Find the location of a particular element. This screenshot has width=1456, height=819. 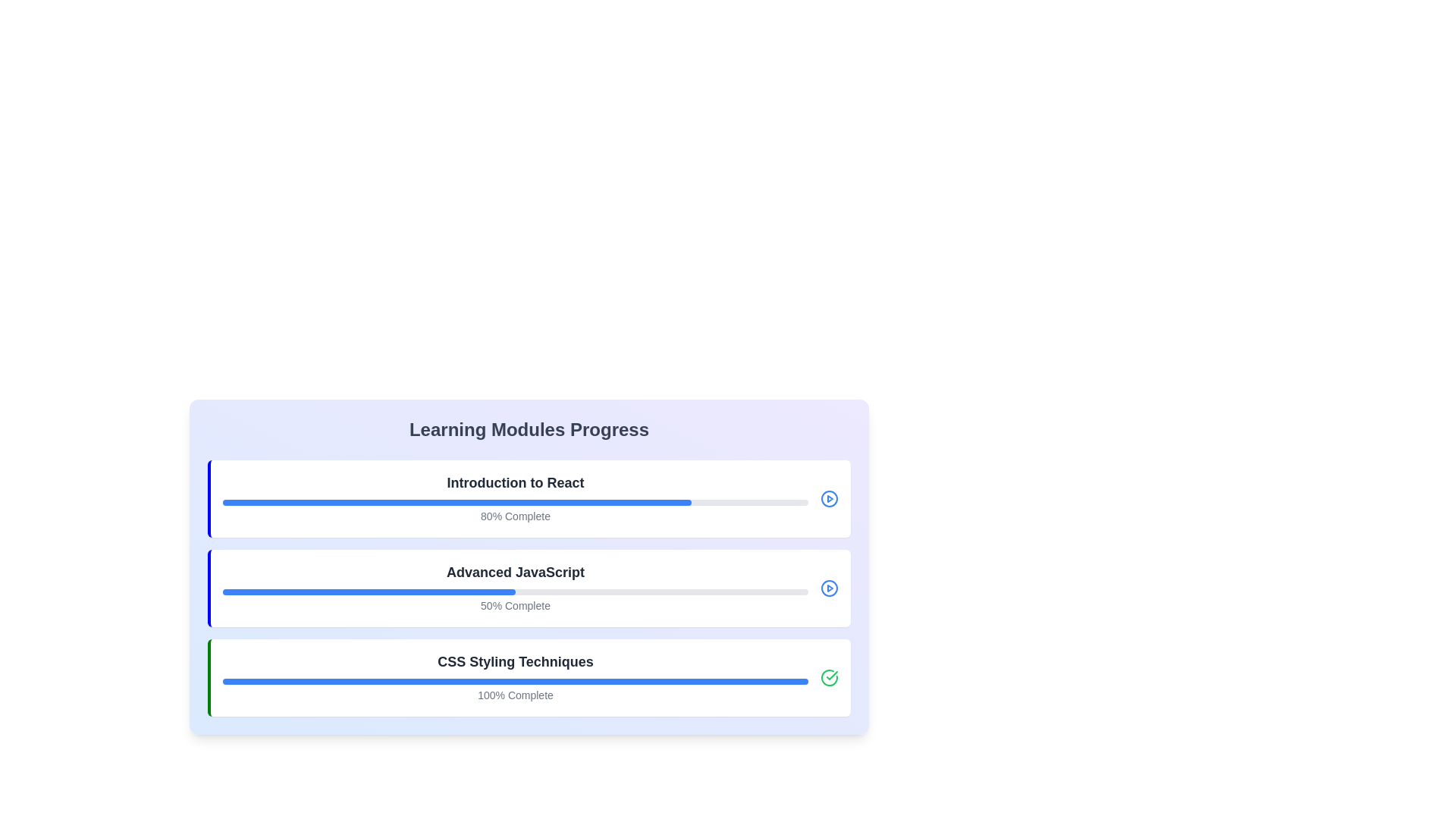

text label indicating the title of the third module in the vertical list of progress modules, located above the progress bar and completion percentage is located at coordinates (516, 661).